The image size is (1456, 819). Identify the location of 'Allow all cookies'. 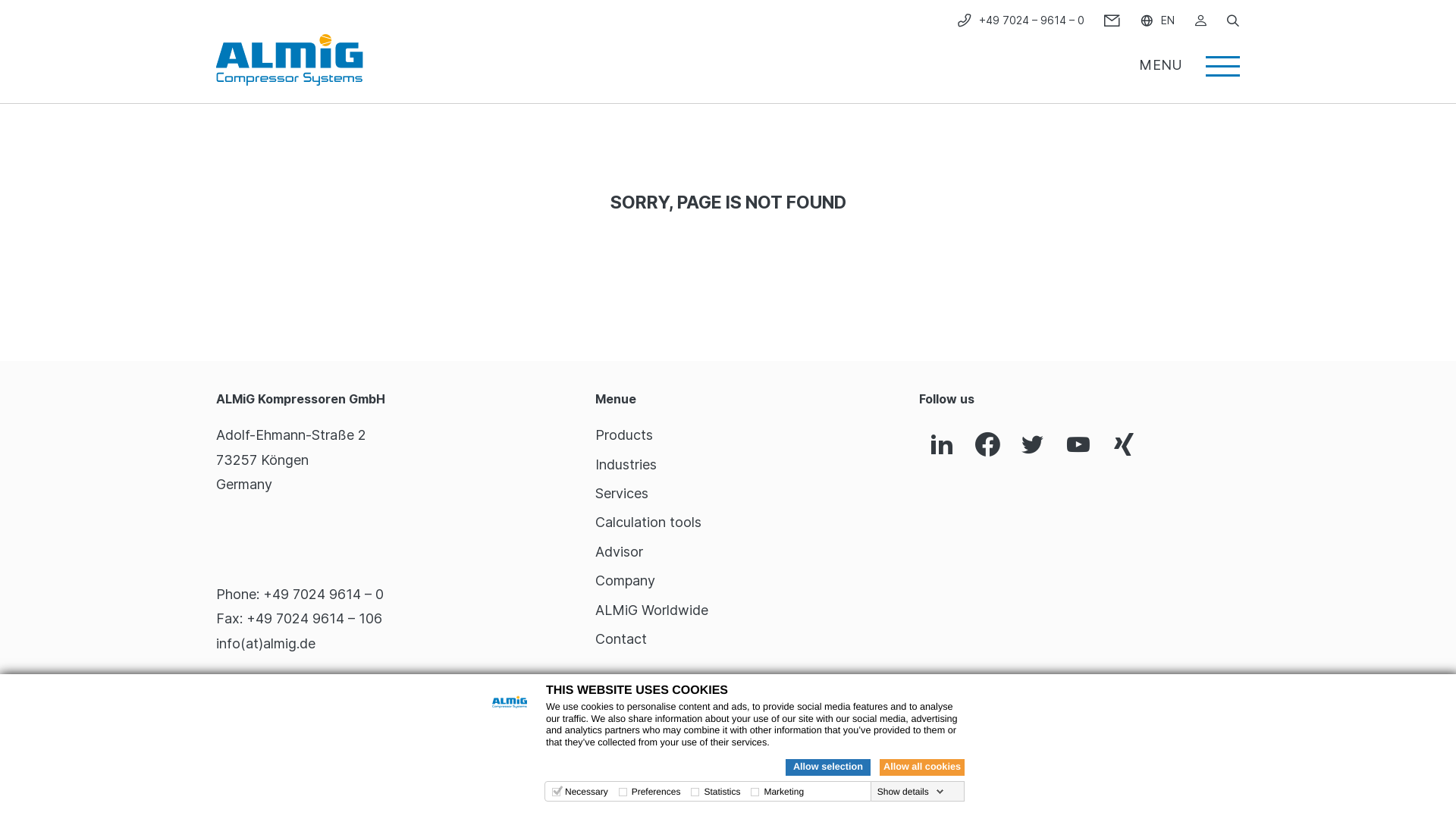
(921, 767).